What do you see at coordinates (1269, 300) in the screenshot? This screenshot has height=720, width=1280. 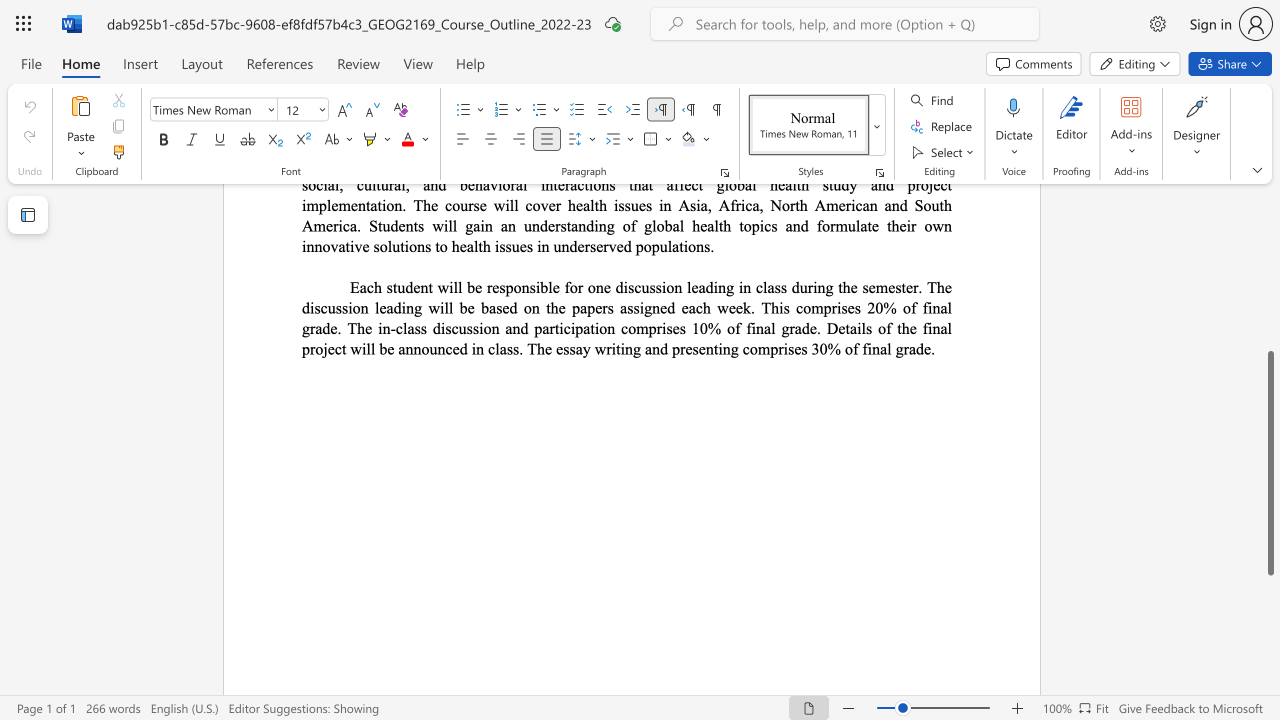 I see `the scrollbar to move the page upward` at bounding box center [1269, 300].